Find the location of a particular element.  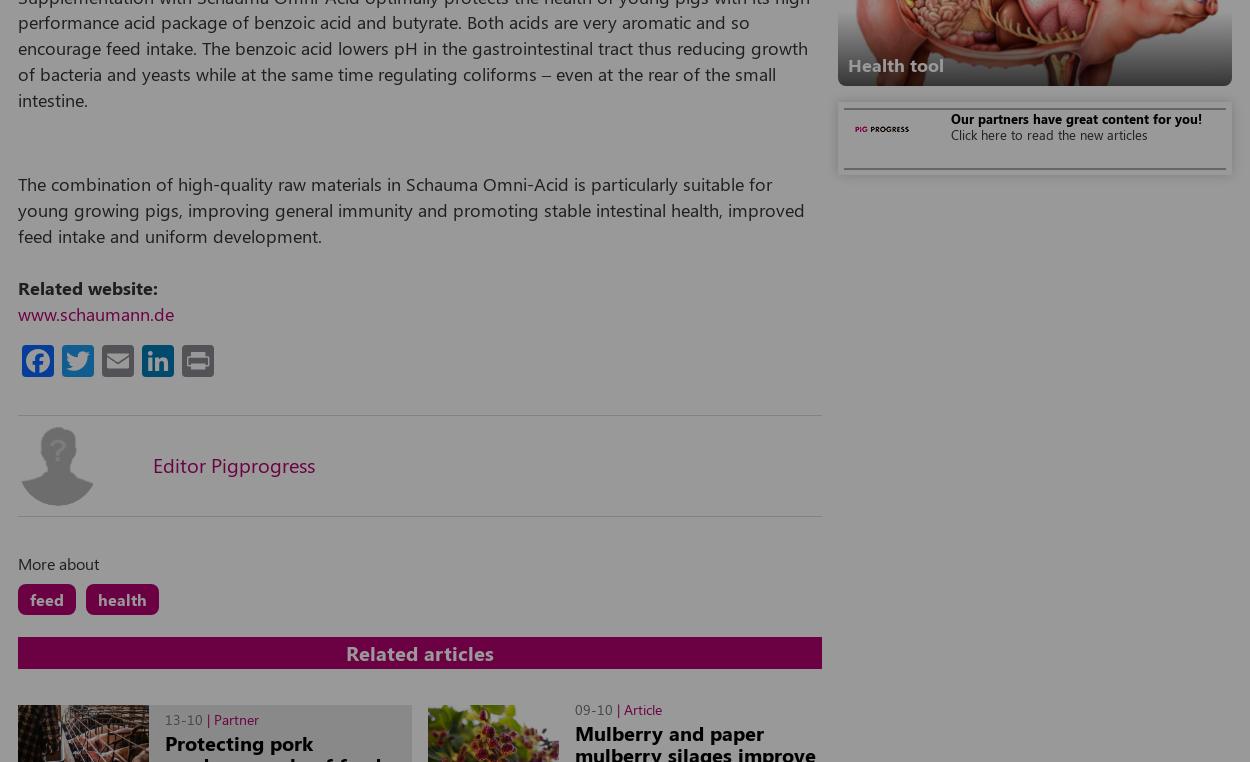

'Related articles' is located at coordinates (420, 651).